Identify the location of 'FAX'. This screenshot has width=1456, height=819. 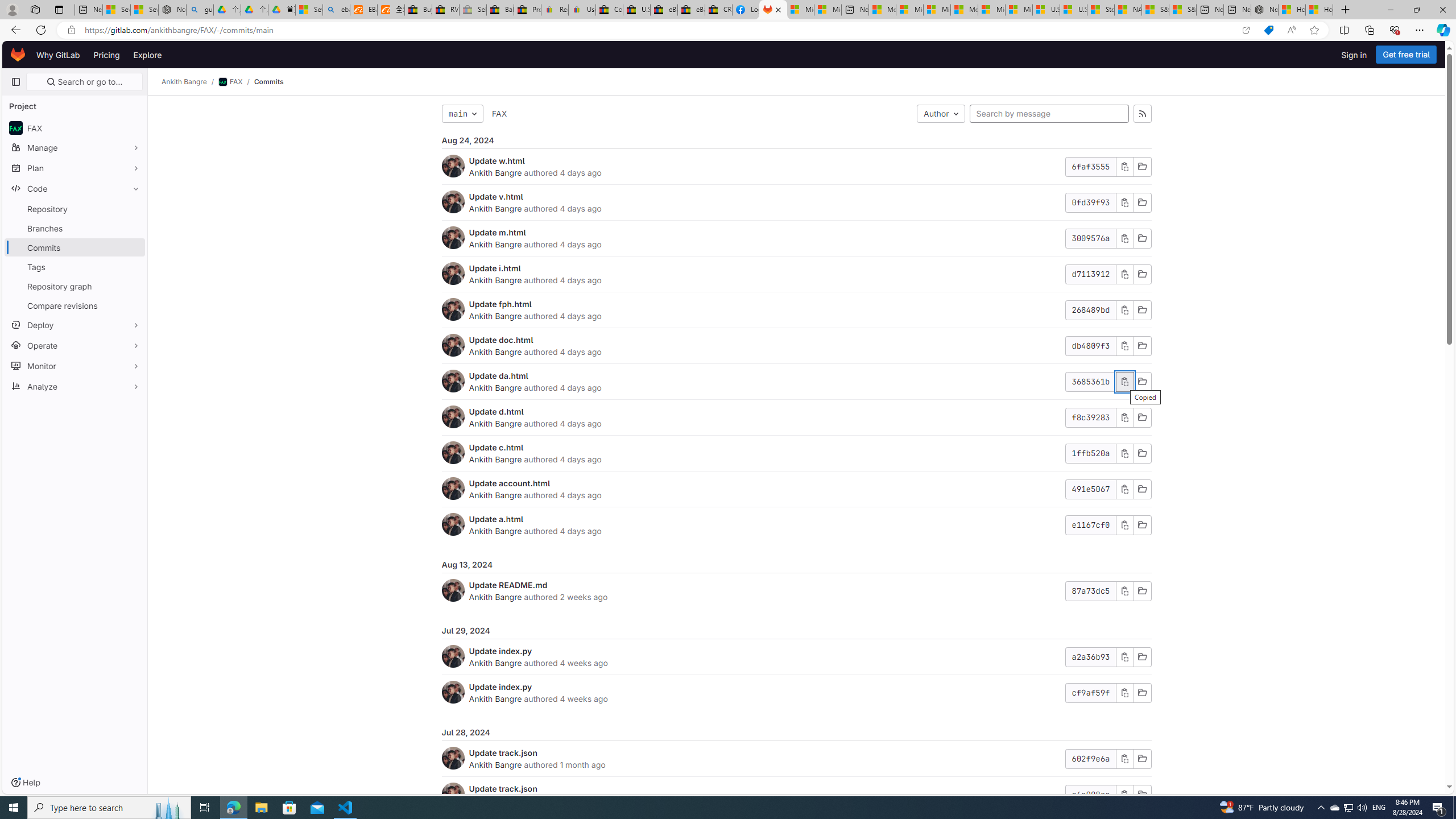
(499, 113).